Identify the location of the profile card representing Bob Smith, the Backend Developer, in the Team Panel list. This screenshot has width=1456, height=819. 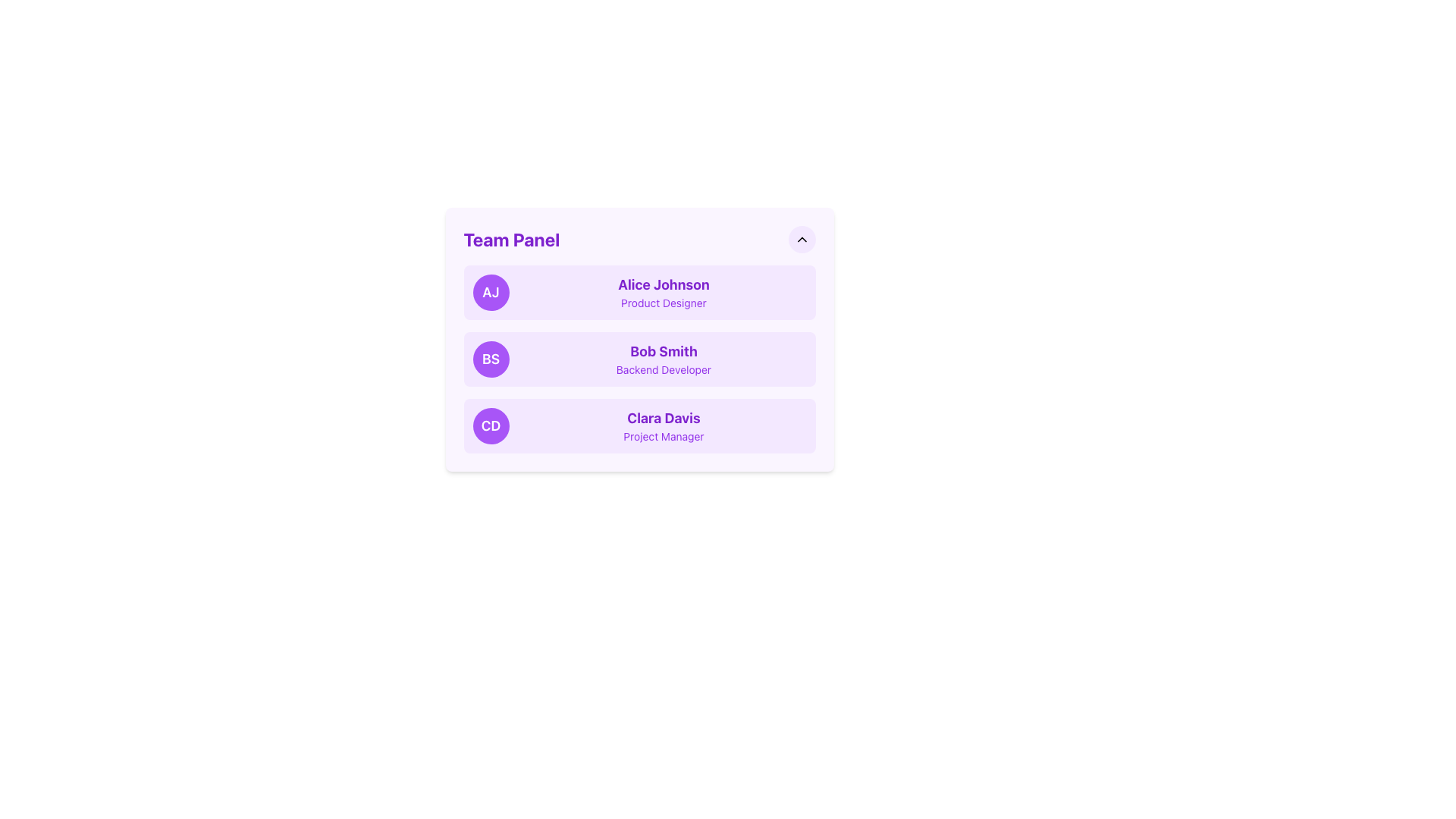
(639, 359).